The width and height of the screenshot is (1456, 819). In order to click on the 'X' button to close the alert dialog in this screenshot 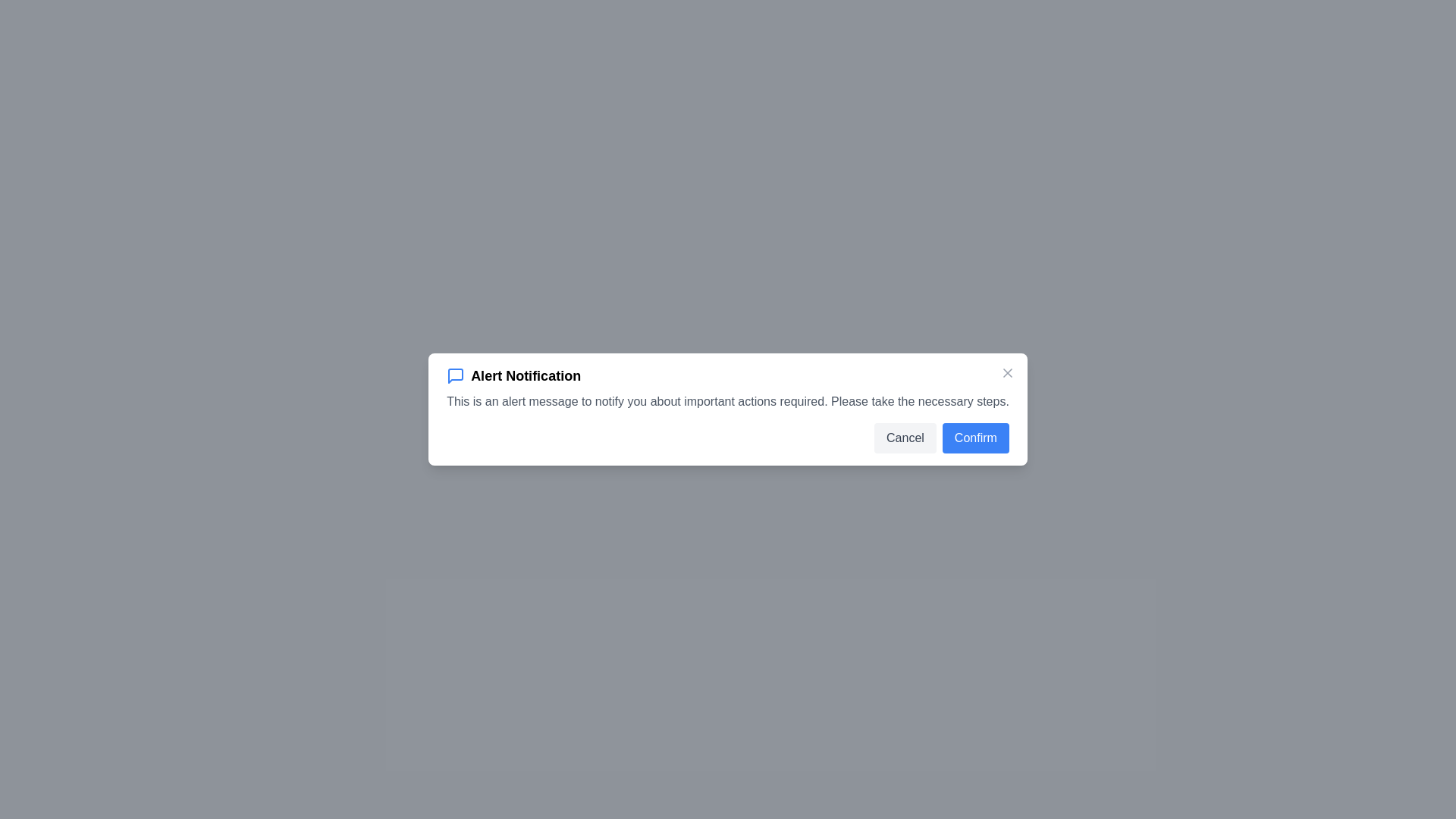, I will do `click(1007, 373)`.